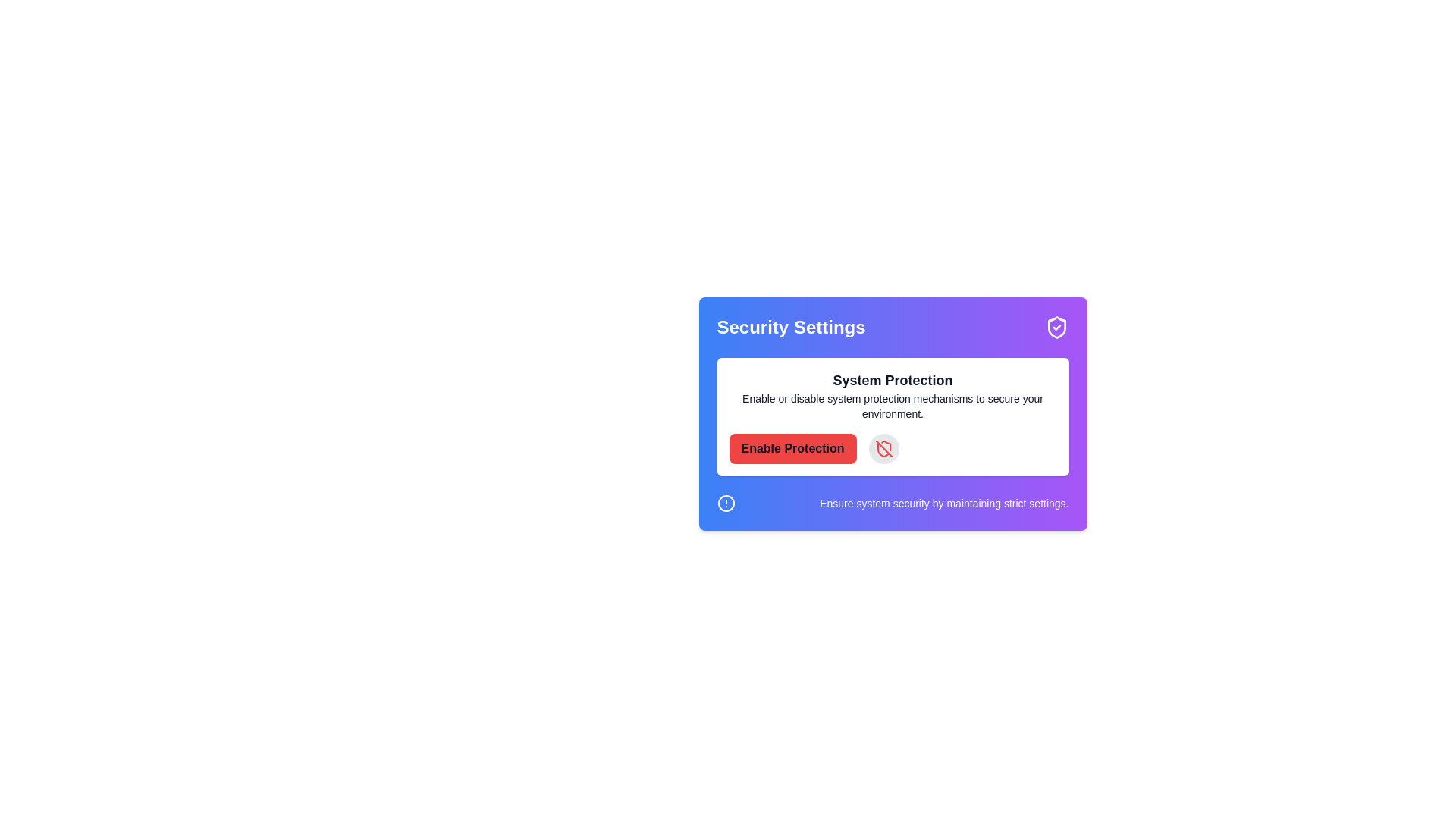 Image resolution: width=1456 pixels, height=819 pixels. Describe the element at coordinates (883, 449) in the screenshot. I see `the 'disabled protection' icon located to the right of the 'Enable Protection' red button in the 'Security Settings' interface` at that location.